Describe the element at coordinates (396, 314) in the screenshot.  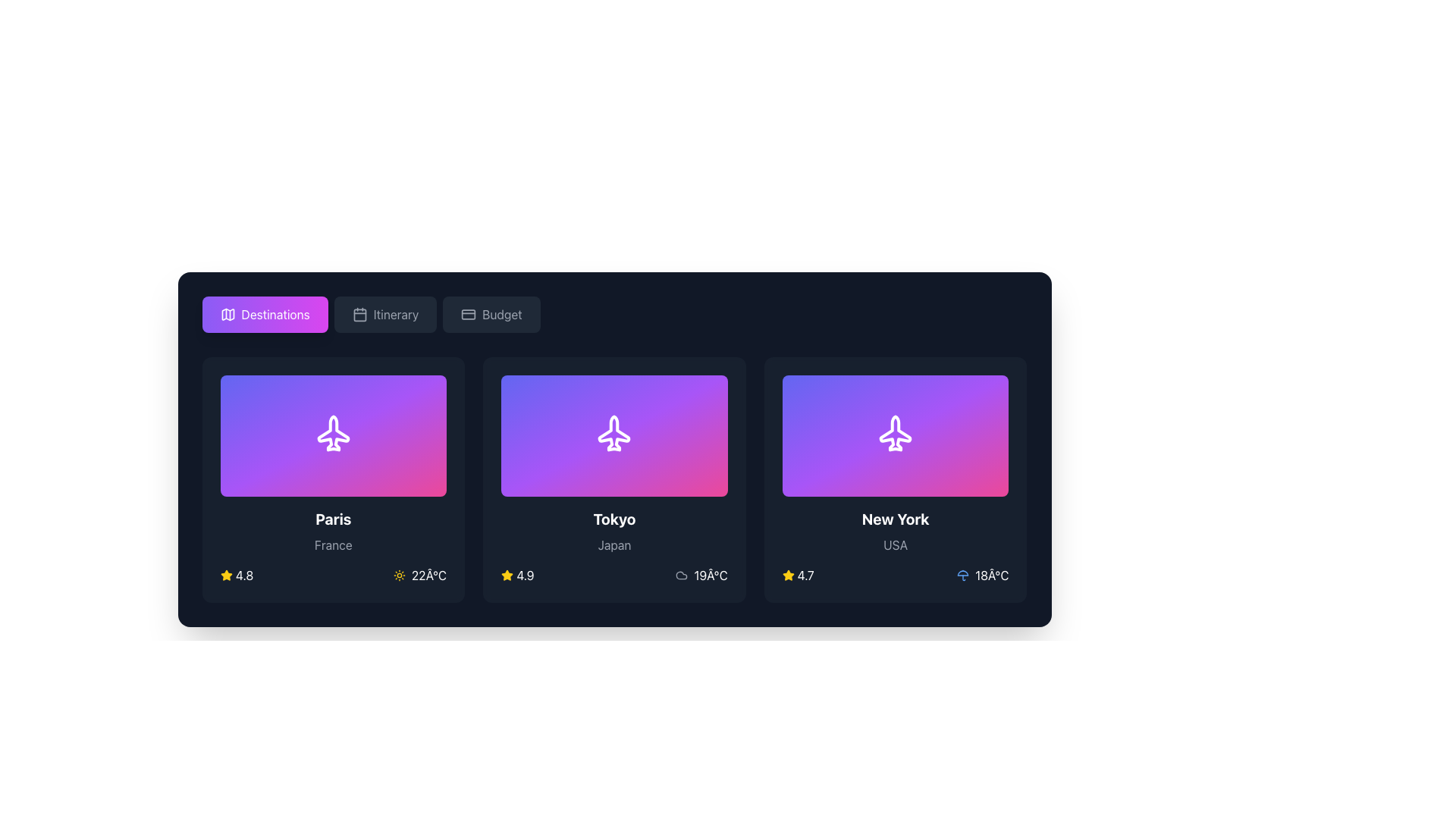
I see `text element that is centrally positioned within a button-like structure, which indicates navigational or filtering features for itineraries` at that location.